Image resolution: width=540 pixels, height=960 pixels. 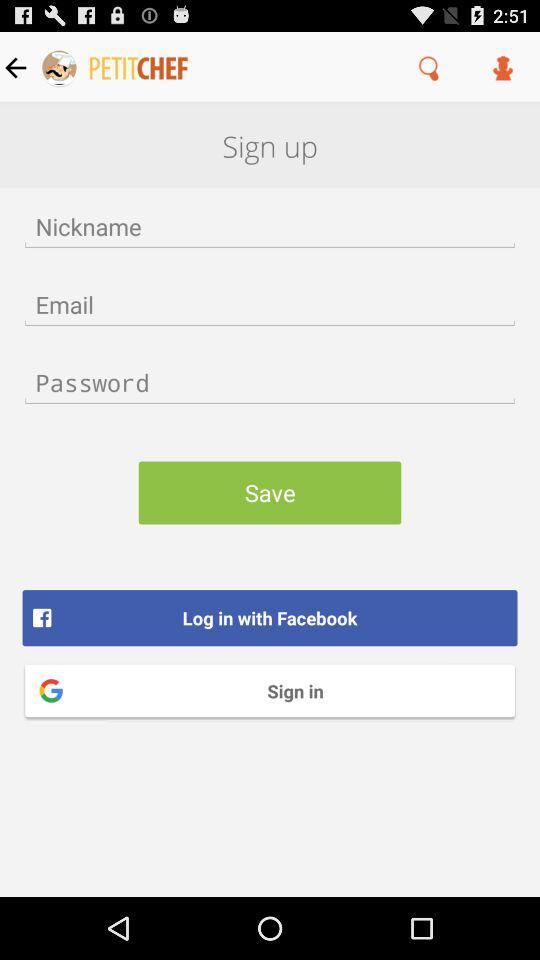 What do you see at coordinates (270, 491) in the screenshot?
I see `the item above the log in with icon` at bounding box center [270, 491].